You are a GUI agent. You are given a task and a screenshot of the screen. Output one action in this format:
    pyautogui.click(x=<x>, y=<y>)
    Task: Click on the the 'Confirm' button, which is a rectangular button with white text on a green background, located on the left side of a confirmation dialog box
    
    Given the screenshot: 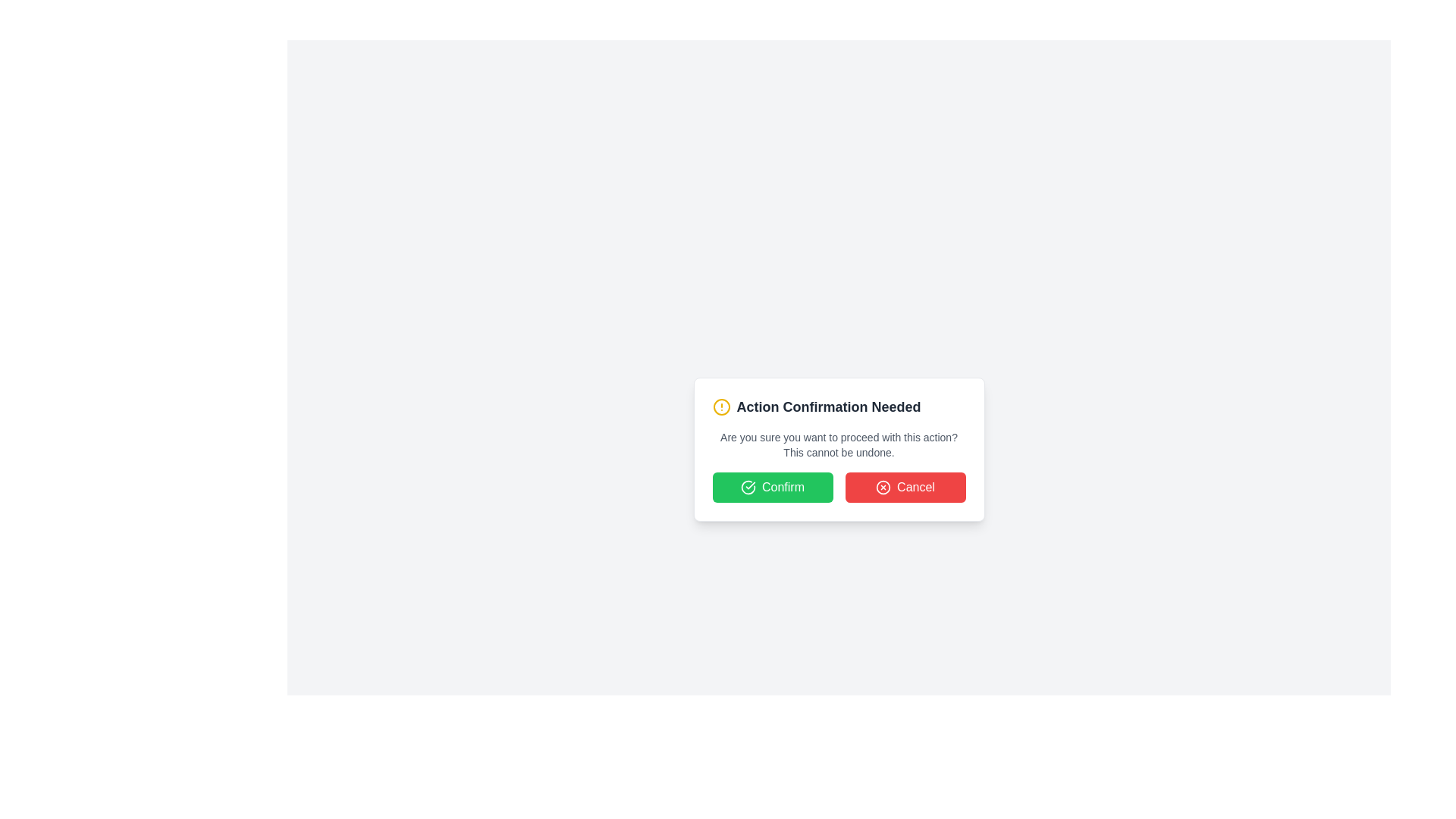 What is the action you would take?
    pyautogui.click(x=772, y=488)
    